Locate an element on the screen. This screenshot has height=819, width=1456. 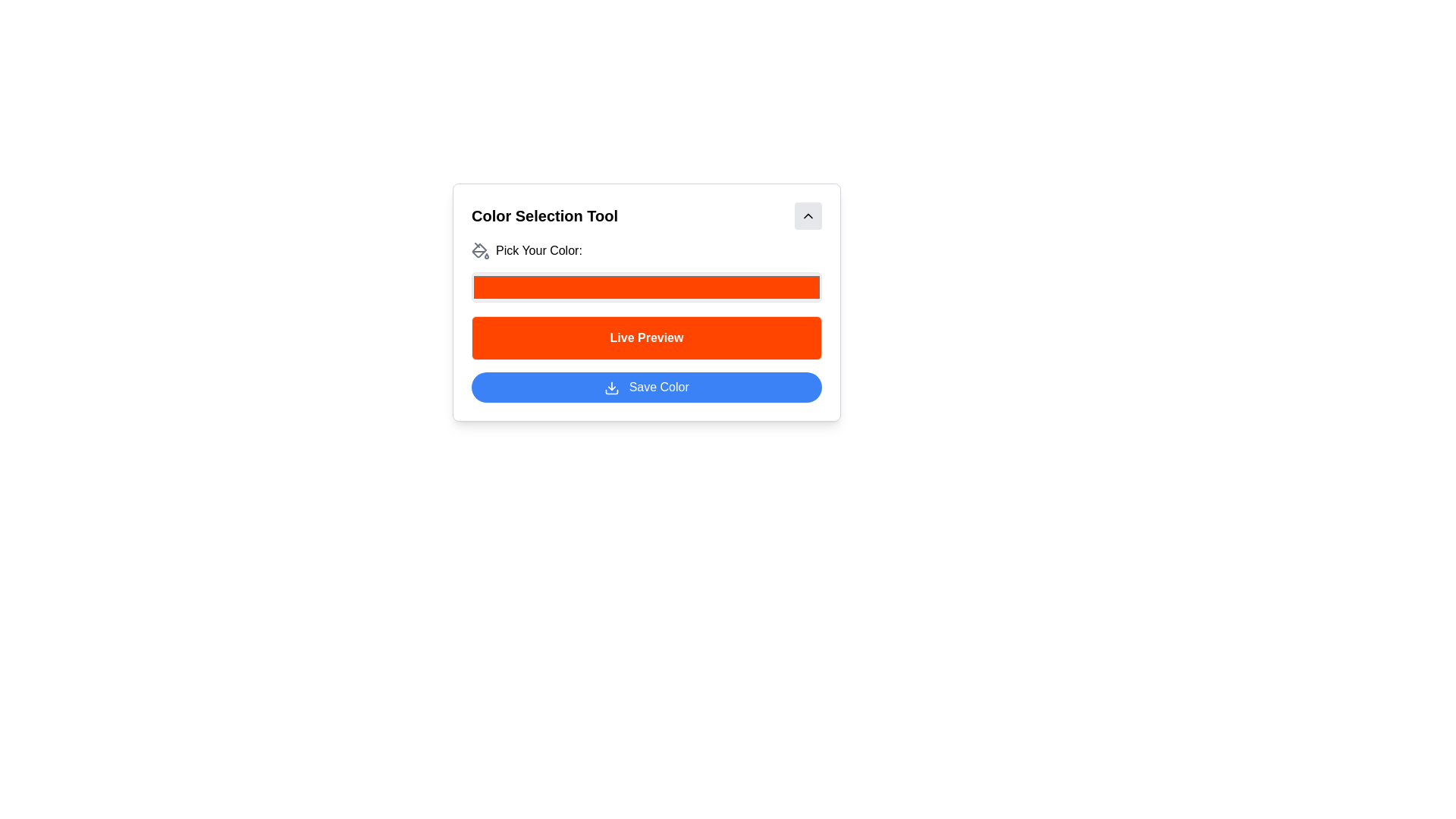
the color preview button located below the orange color input field and above the 'Save Color' button is located at coordinates (647, 337).